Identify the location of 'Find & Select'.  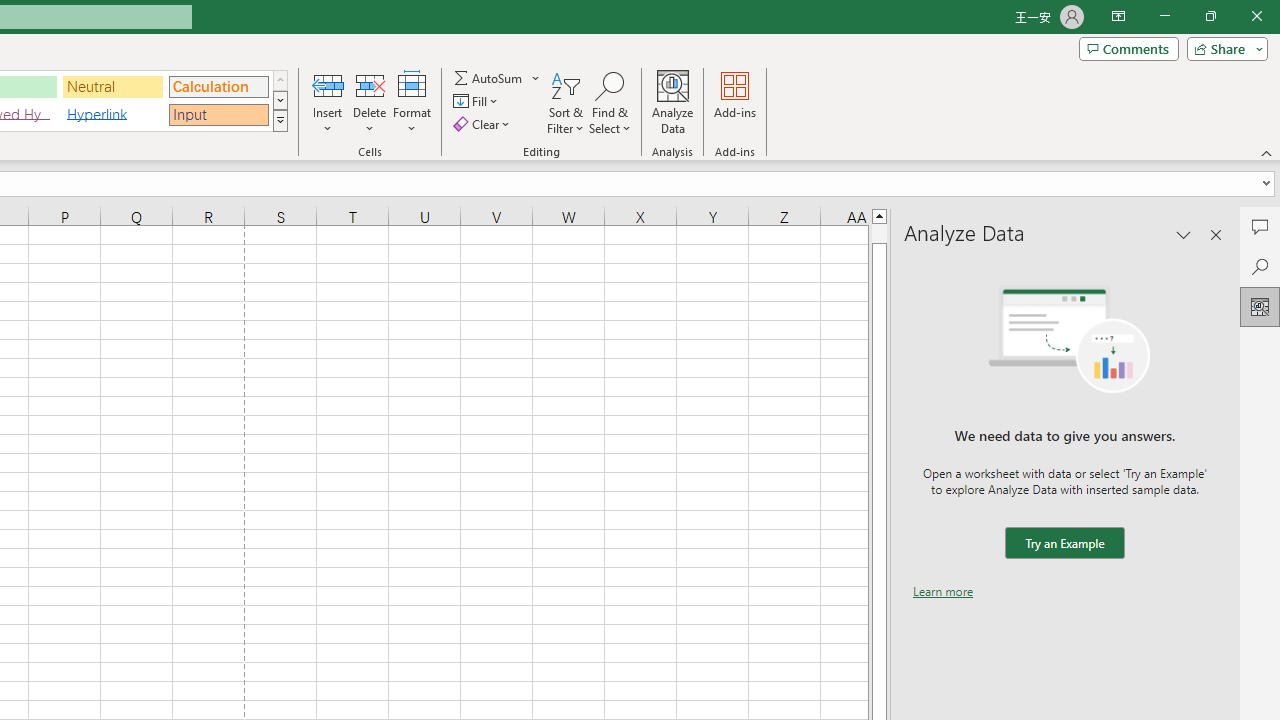
(609, 103).